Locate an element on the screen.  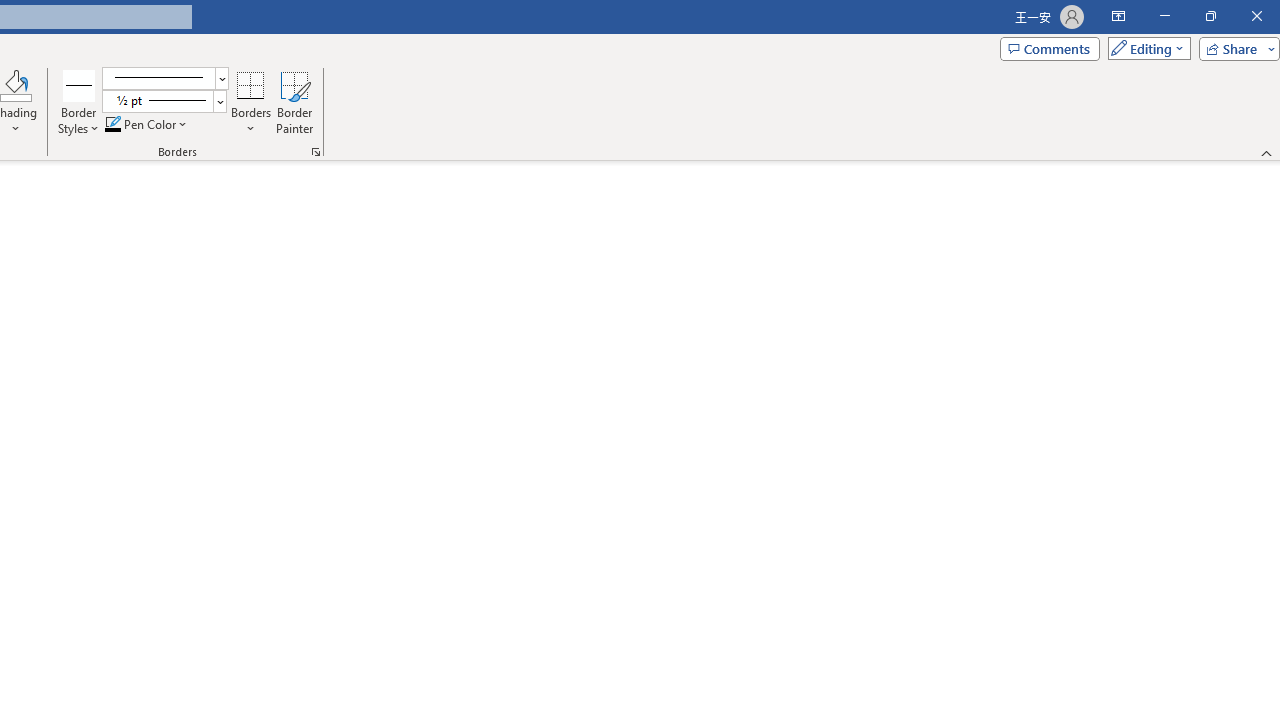
'Pen Color RGB(0, 0, 0)' is located at coordinates (112, 124).